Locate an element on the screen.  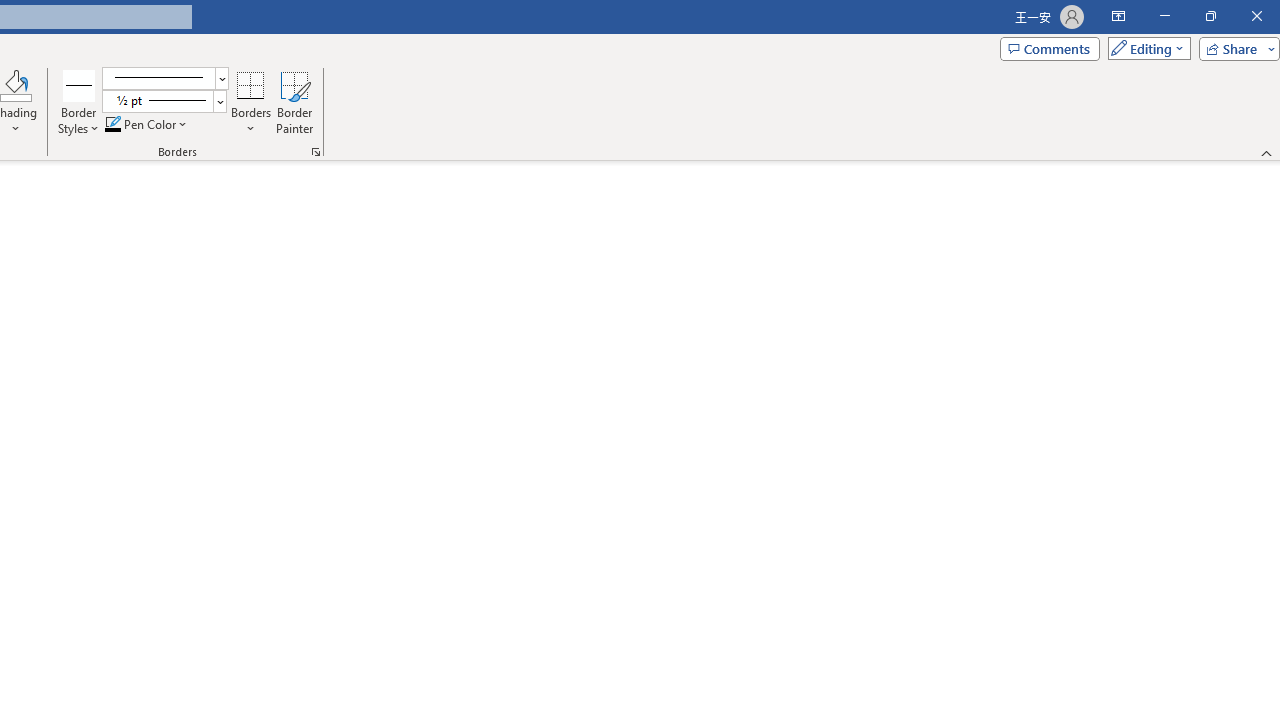
'Pen Color RGB(0, 0, 0)' is located at coordinates (112, 124).